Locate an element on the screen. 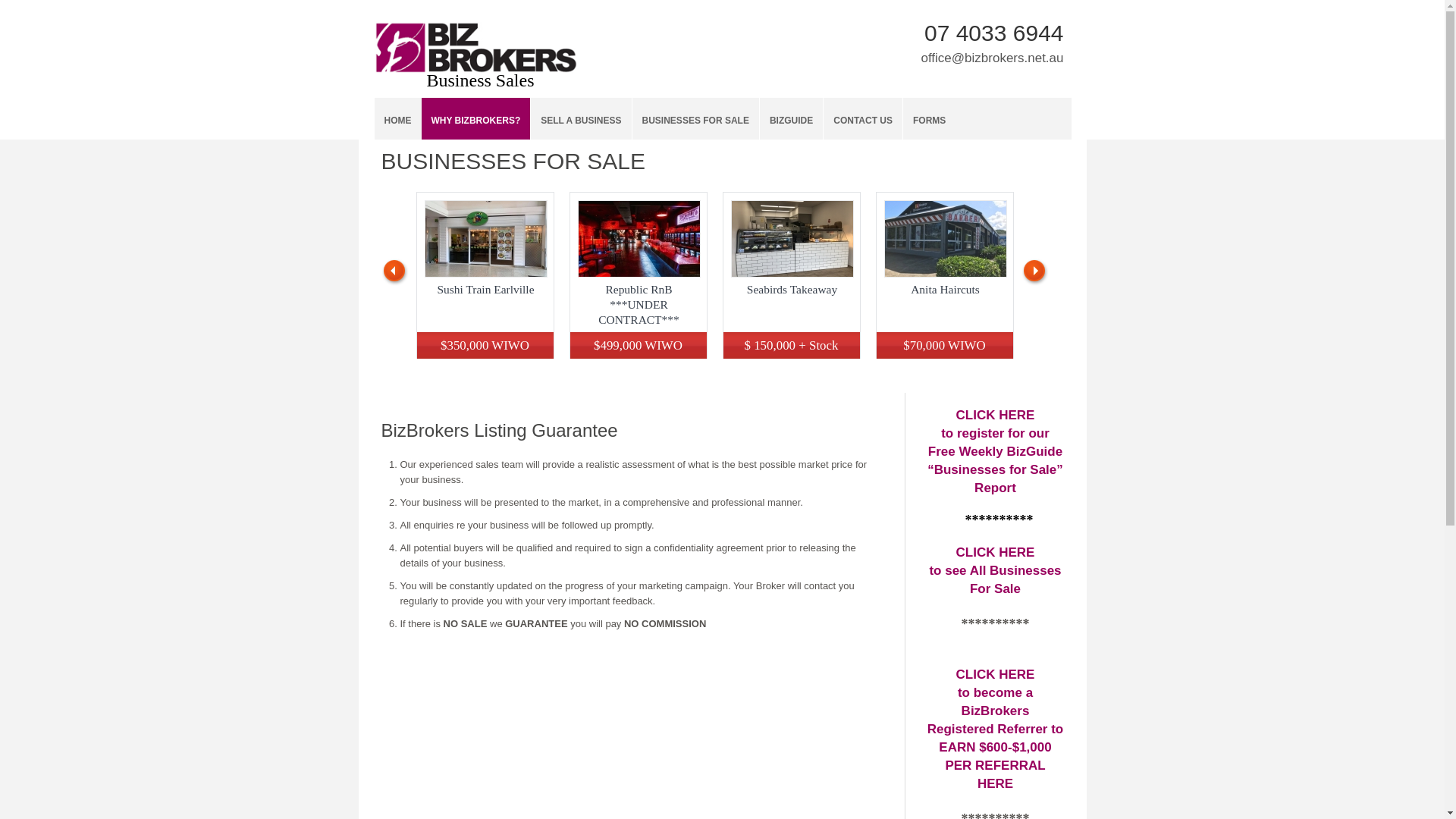  'Seabirds Takeaway' is located at coordinates (791, 289).